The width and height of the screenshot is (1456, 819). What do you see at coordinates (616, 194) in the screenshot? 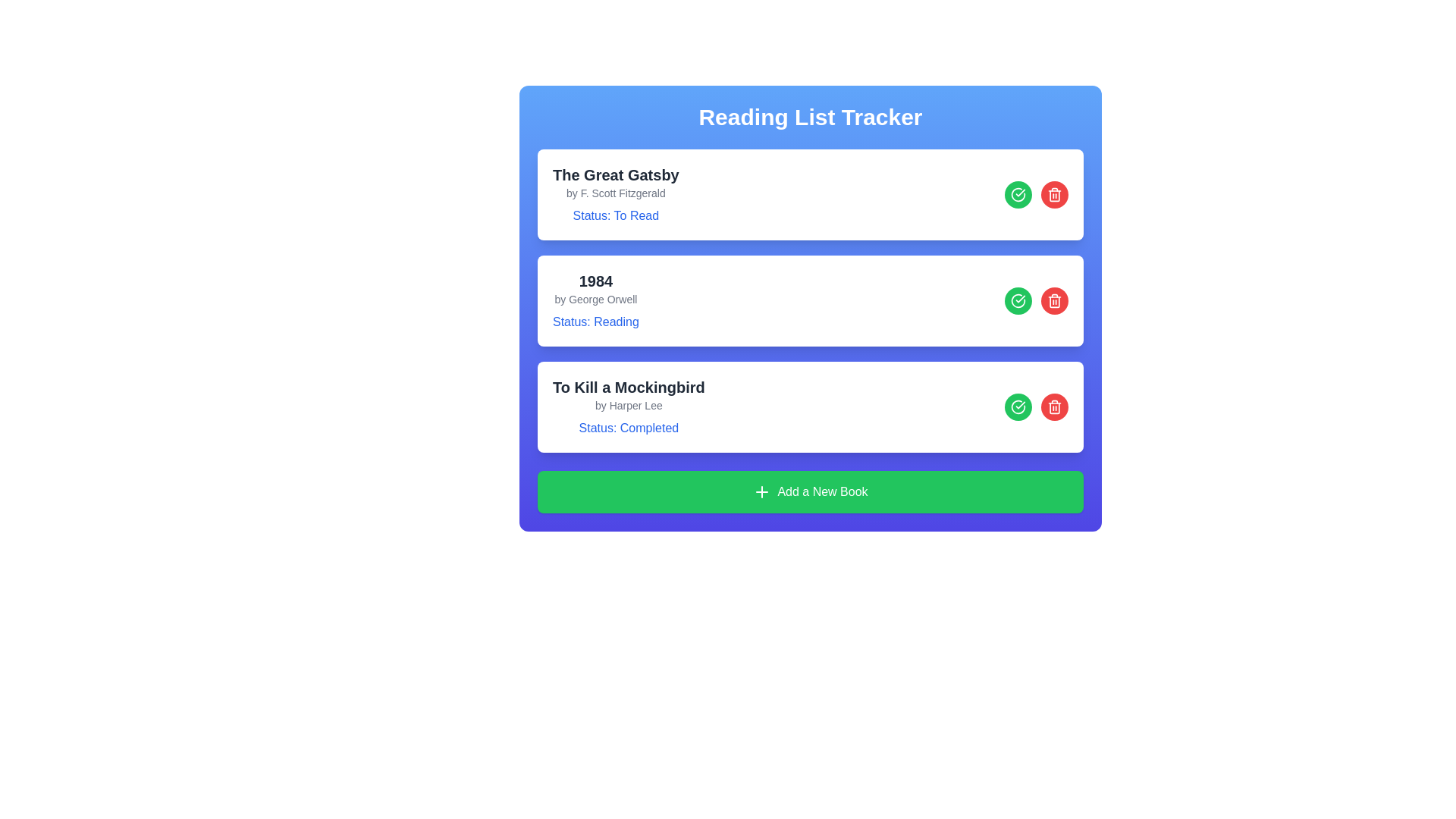
I see `the text block displaying the title, author, and reading status of the first book entry in the reading list interface, located below 'Reading List Tracker' and above the entry for '1984'` at bounding box center [616, 194].